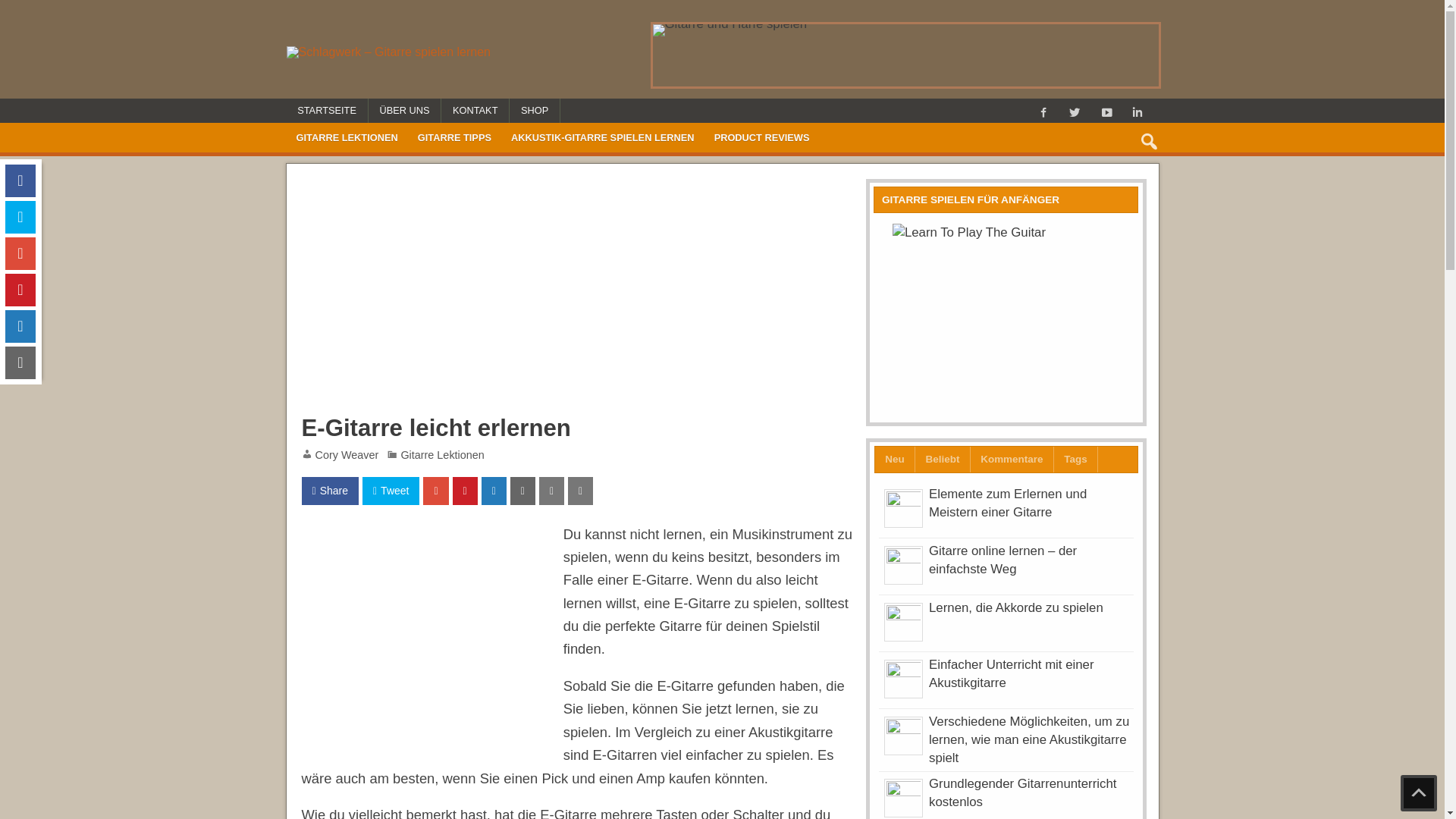 Image resolution: width=1456 pixels, height=819 pixels. I want to click on 'Learn To Play The Guitar', so click(1006, 318).